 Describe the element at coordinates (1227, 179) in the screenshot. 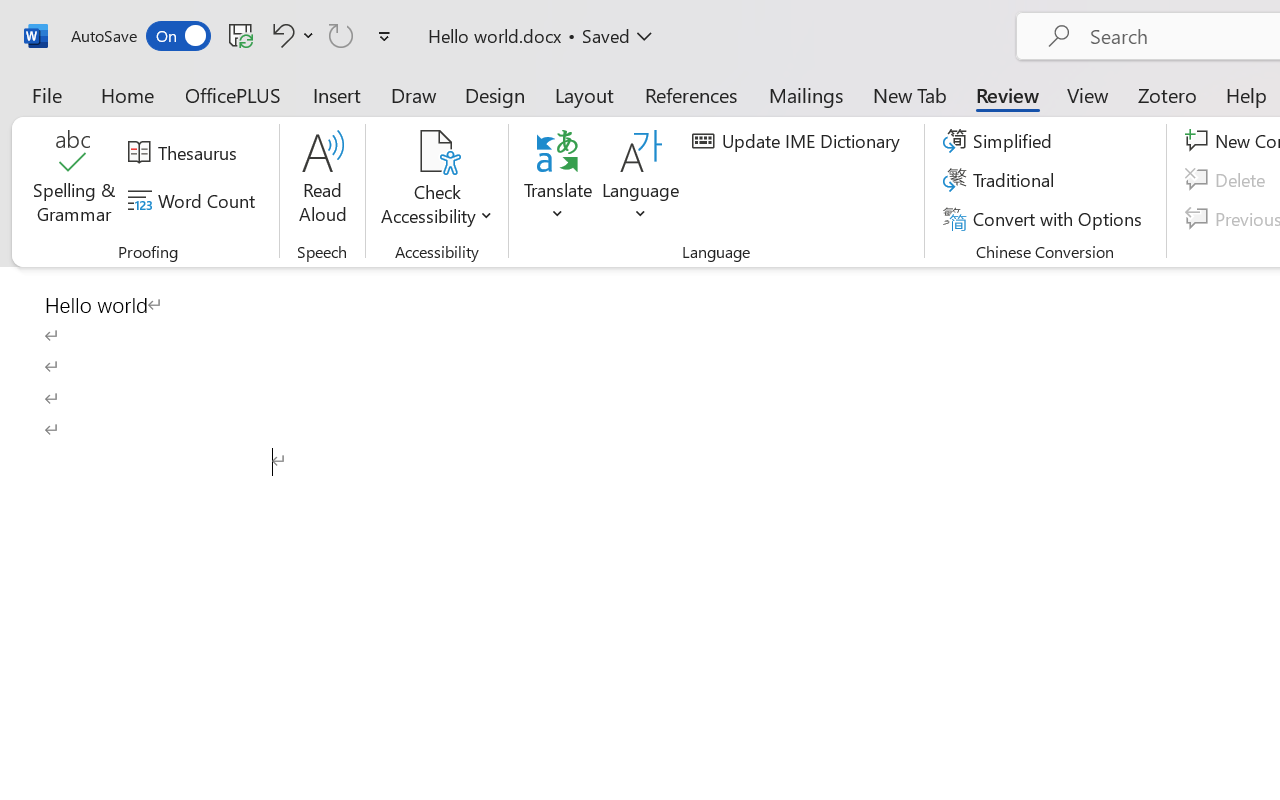

I see `'Delete'` at that location.